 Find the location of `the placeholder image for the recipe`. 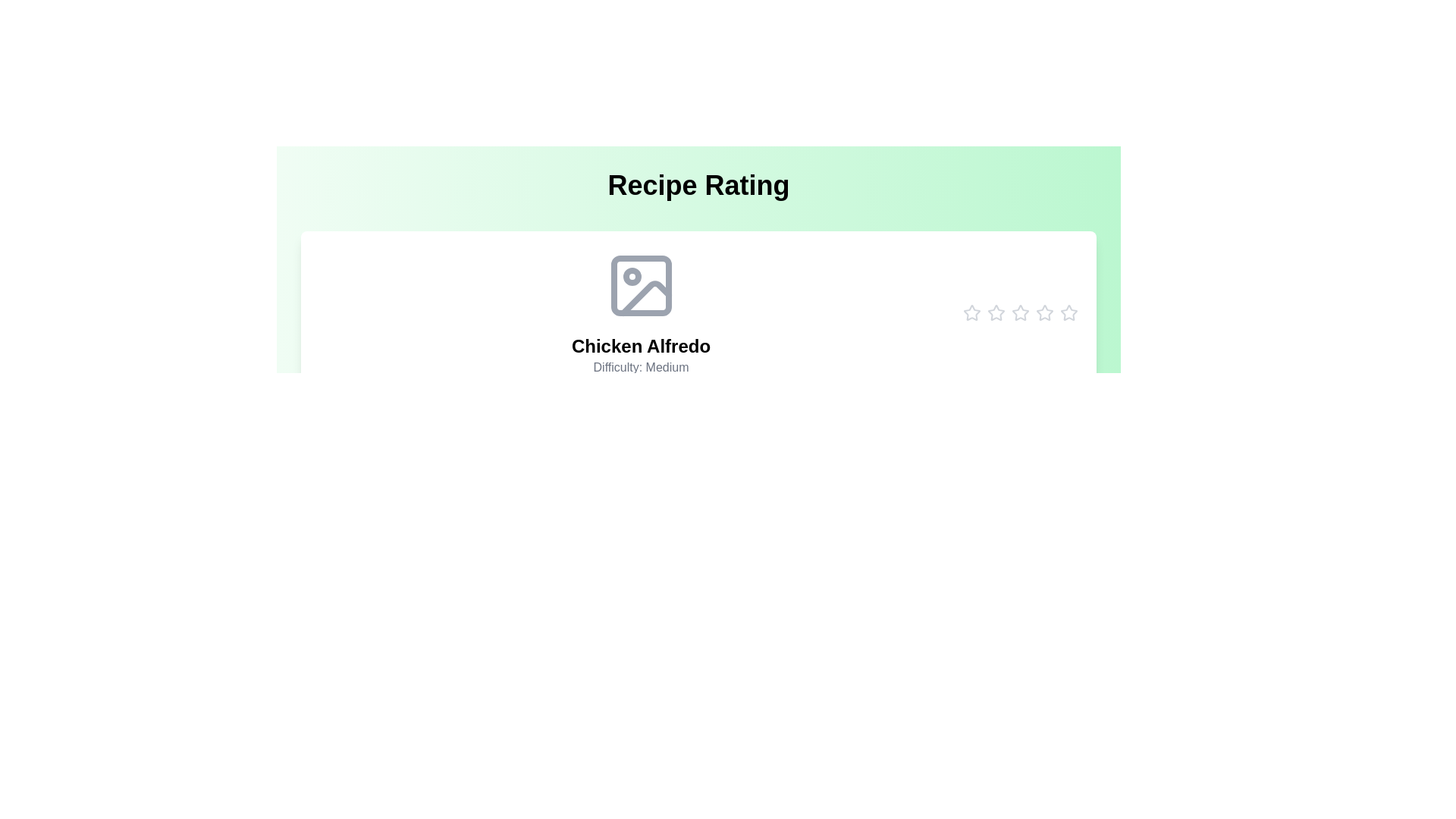

the placeholder image for the recipe is located at coordinates (641, 286).